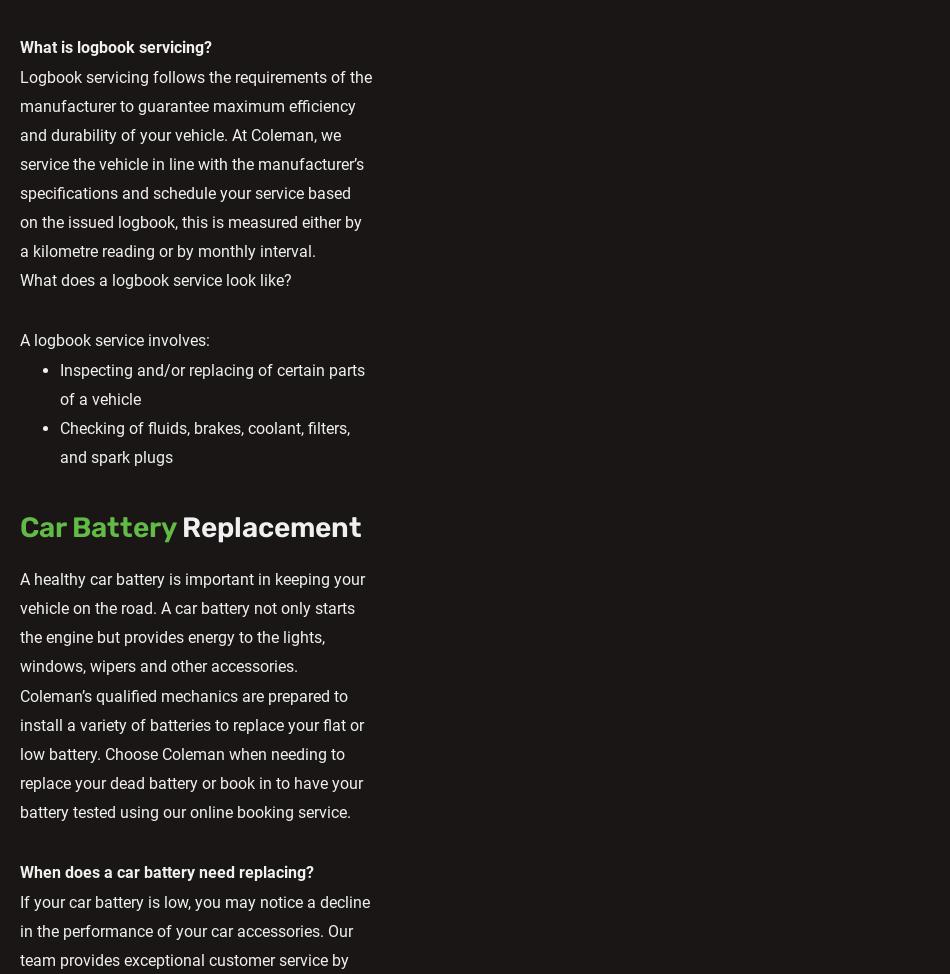 The height and width of the screenshot is (974, 950). What do you see at coordinates (155, 279) in the screenshot?
I see `'What does a logbook service look like?'` at bounding box center [155, 279].